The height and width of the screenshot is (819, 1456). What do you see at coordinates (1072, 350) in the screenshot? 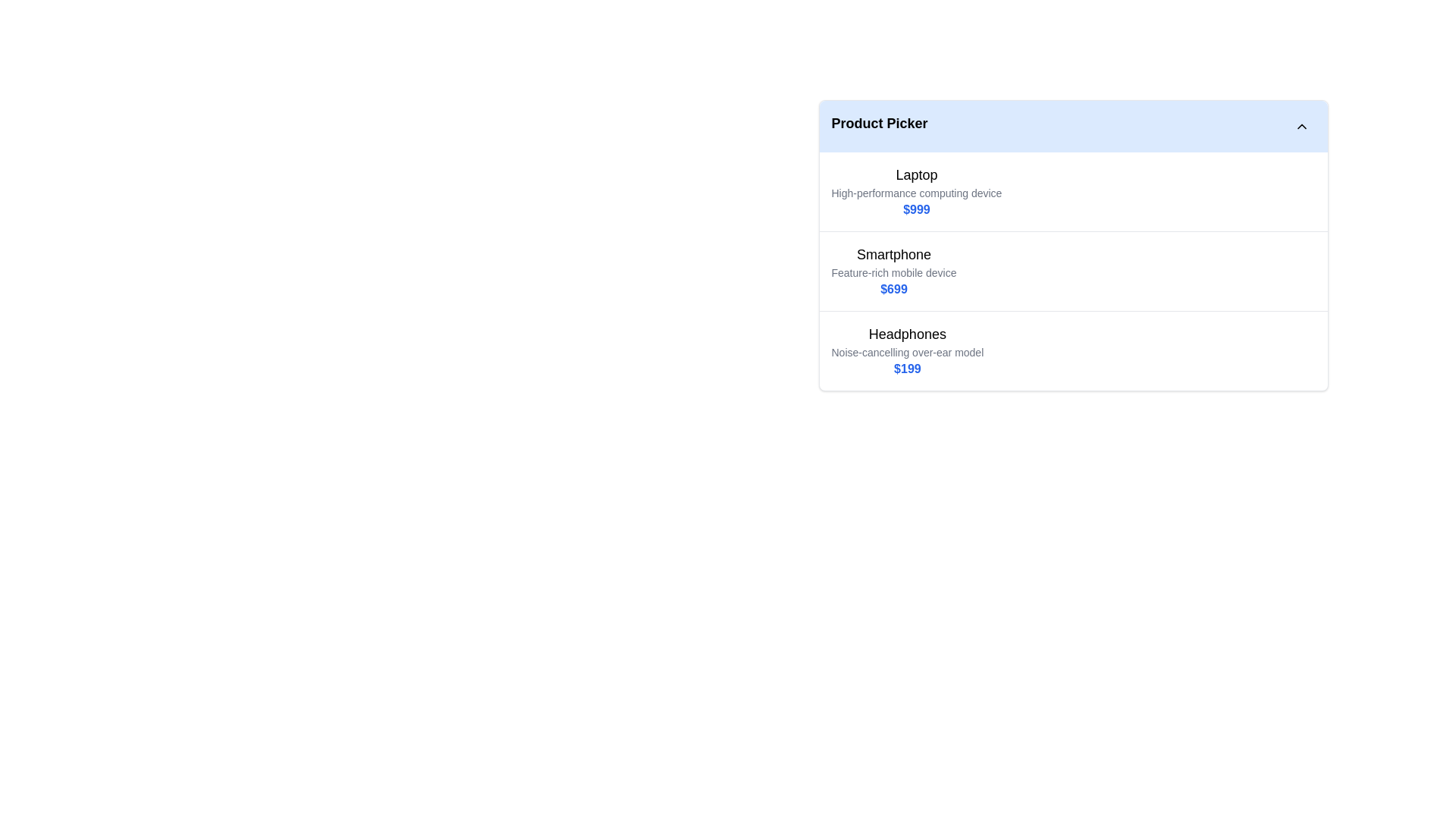
I see `the third product entry in the 'Product Picker' list, which provides details about a specific product including its name, description, and price` at bounding box center [1072, 350].